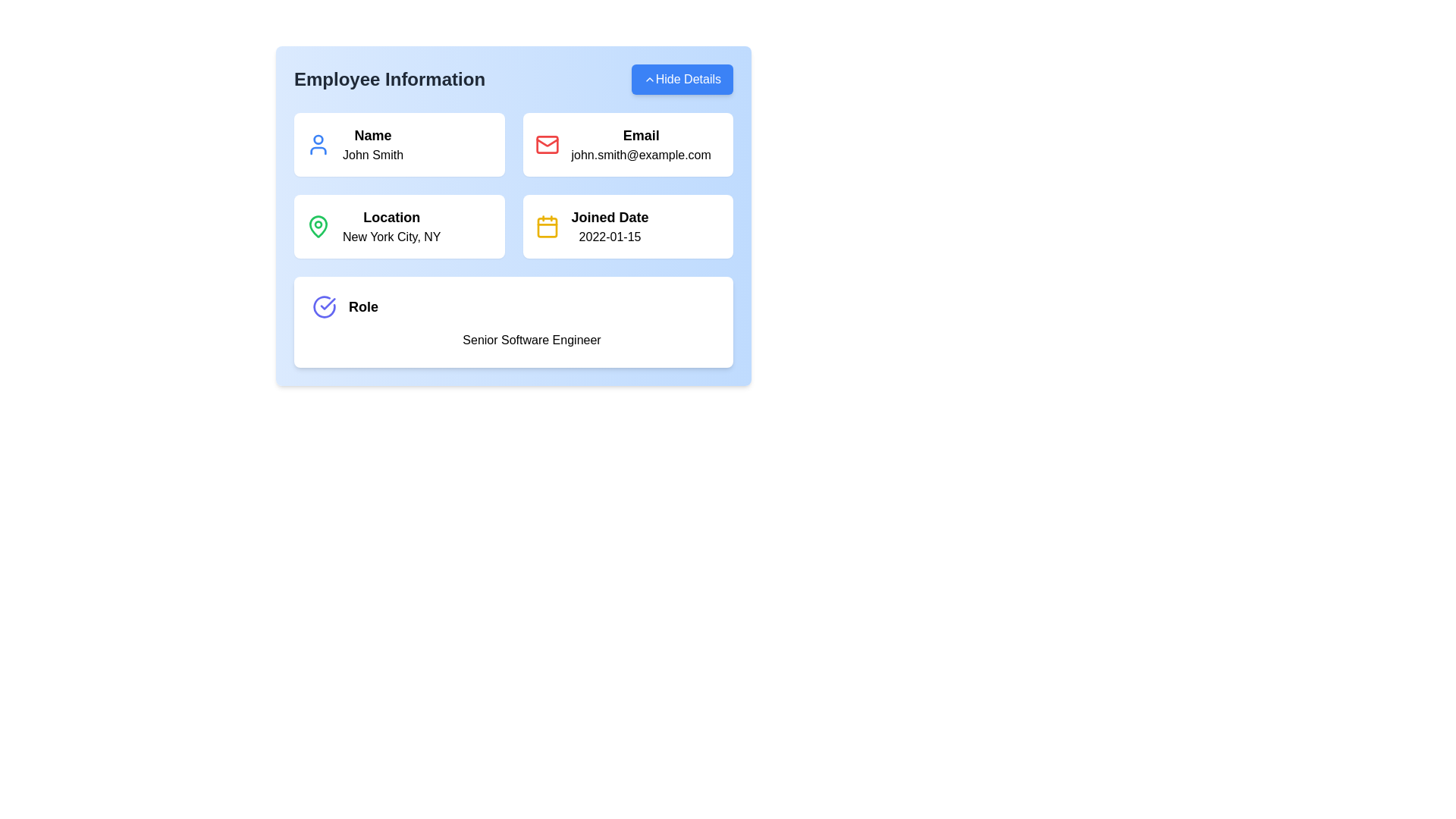 The image size is (1456, 819). What do you see at coordinates (391, 237) in the screenshot?
I see `the 'Location' label in the second row of the employee information card, which is styled to stand out with a different font weight` at bounding box center [391, 237].